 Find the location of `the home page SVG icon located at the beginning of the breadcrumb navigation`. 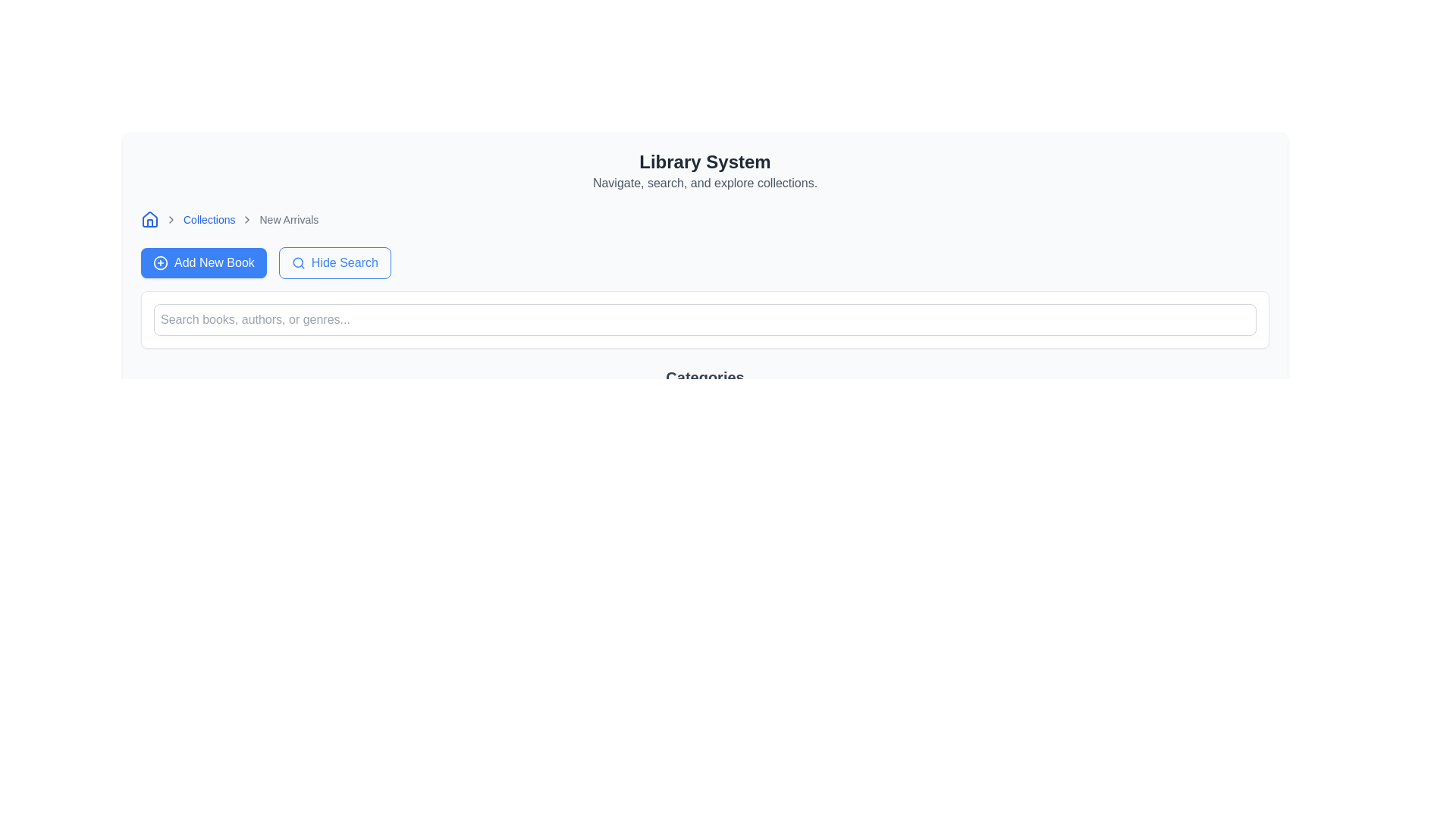

the home page SVG icon located at the beginning of the breadcrumb navigation is located at coordinates (149, 219).